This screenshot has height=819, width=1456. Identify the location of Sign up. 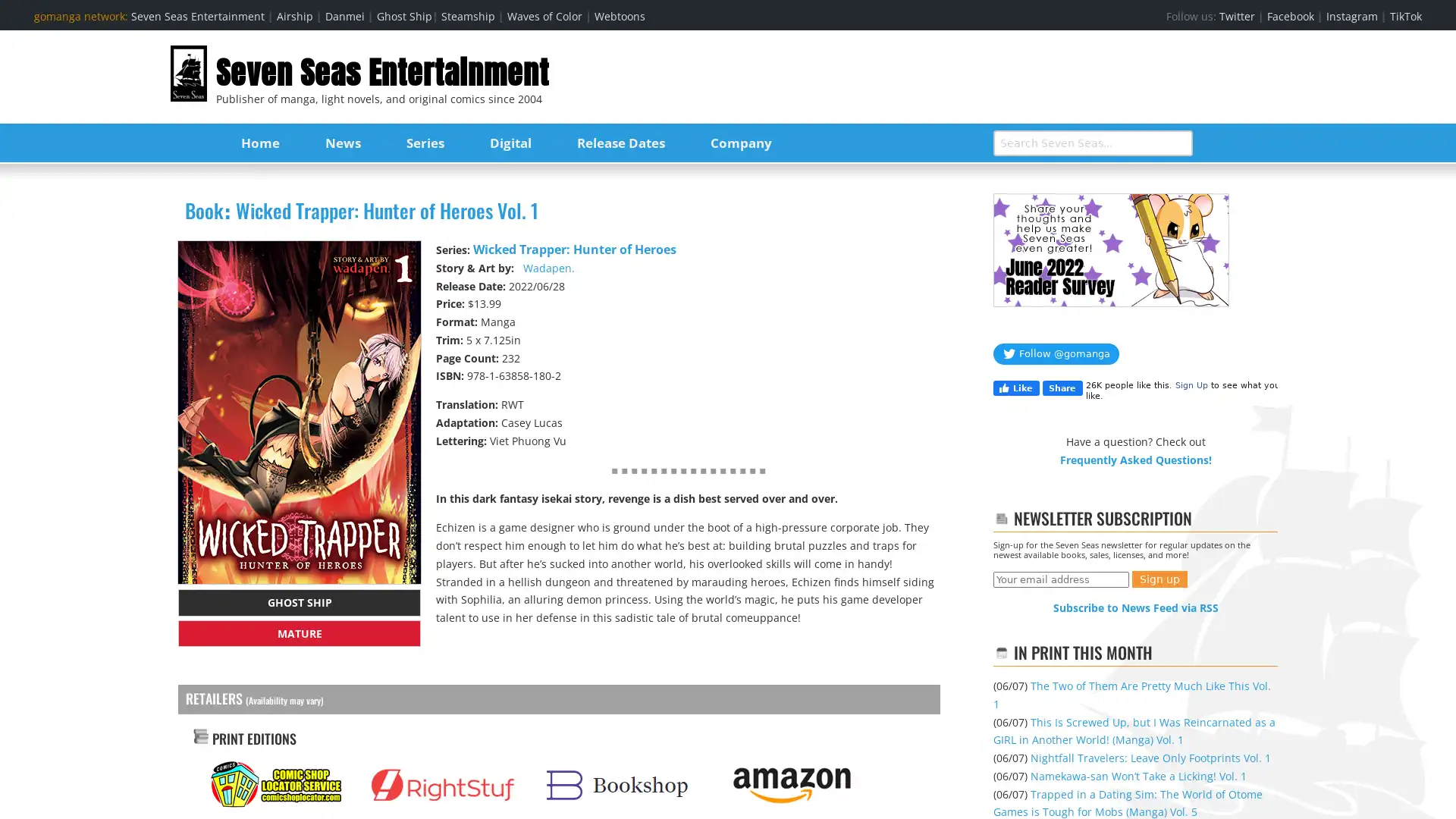
(1159, 579).